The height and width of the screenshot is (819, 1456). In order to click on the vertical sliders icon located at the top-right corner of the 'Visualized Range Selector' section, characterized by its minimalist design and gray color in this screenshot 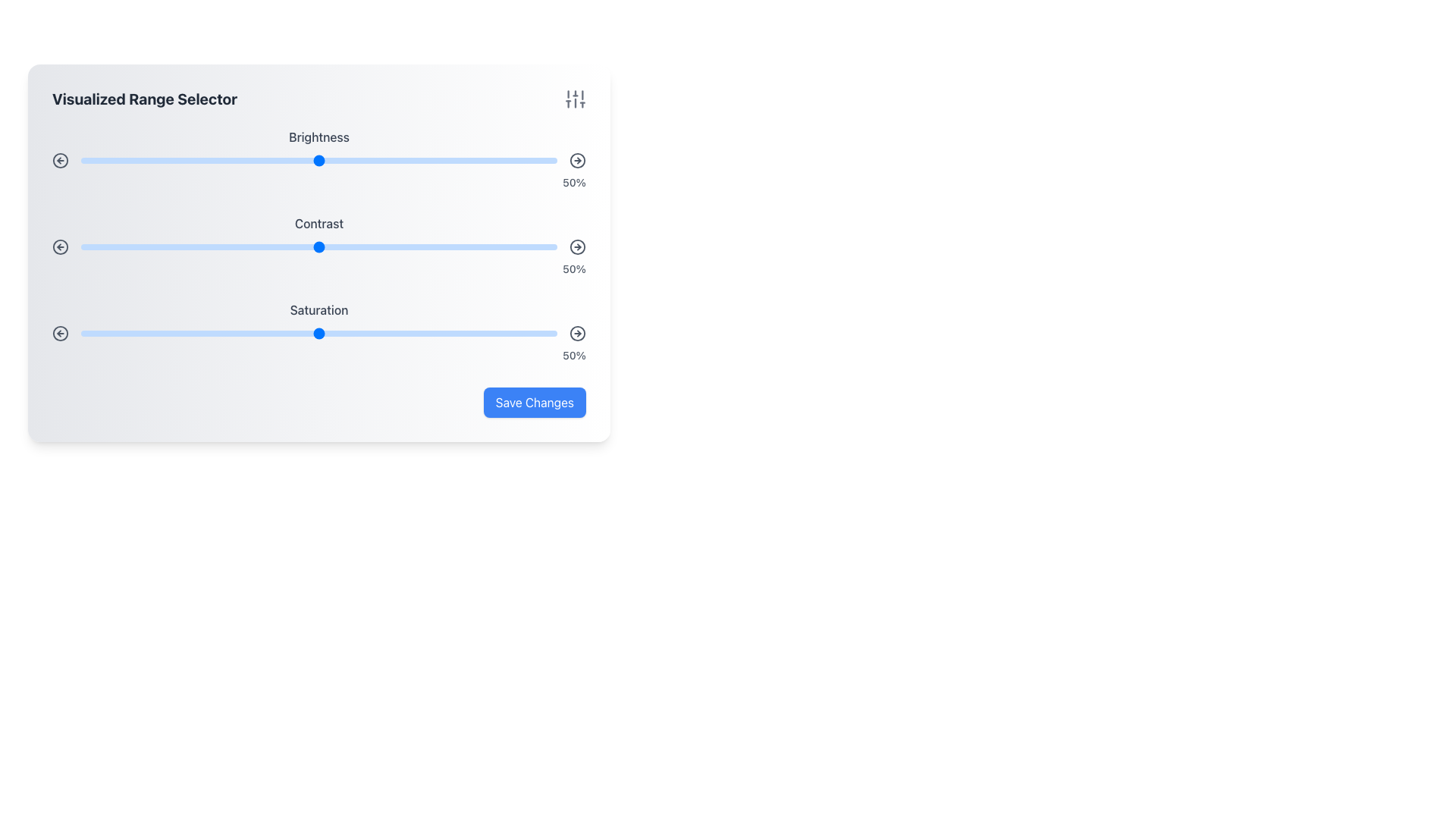, I will do `click(574, 99)`.